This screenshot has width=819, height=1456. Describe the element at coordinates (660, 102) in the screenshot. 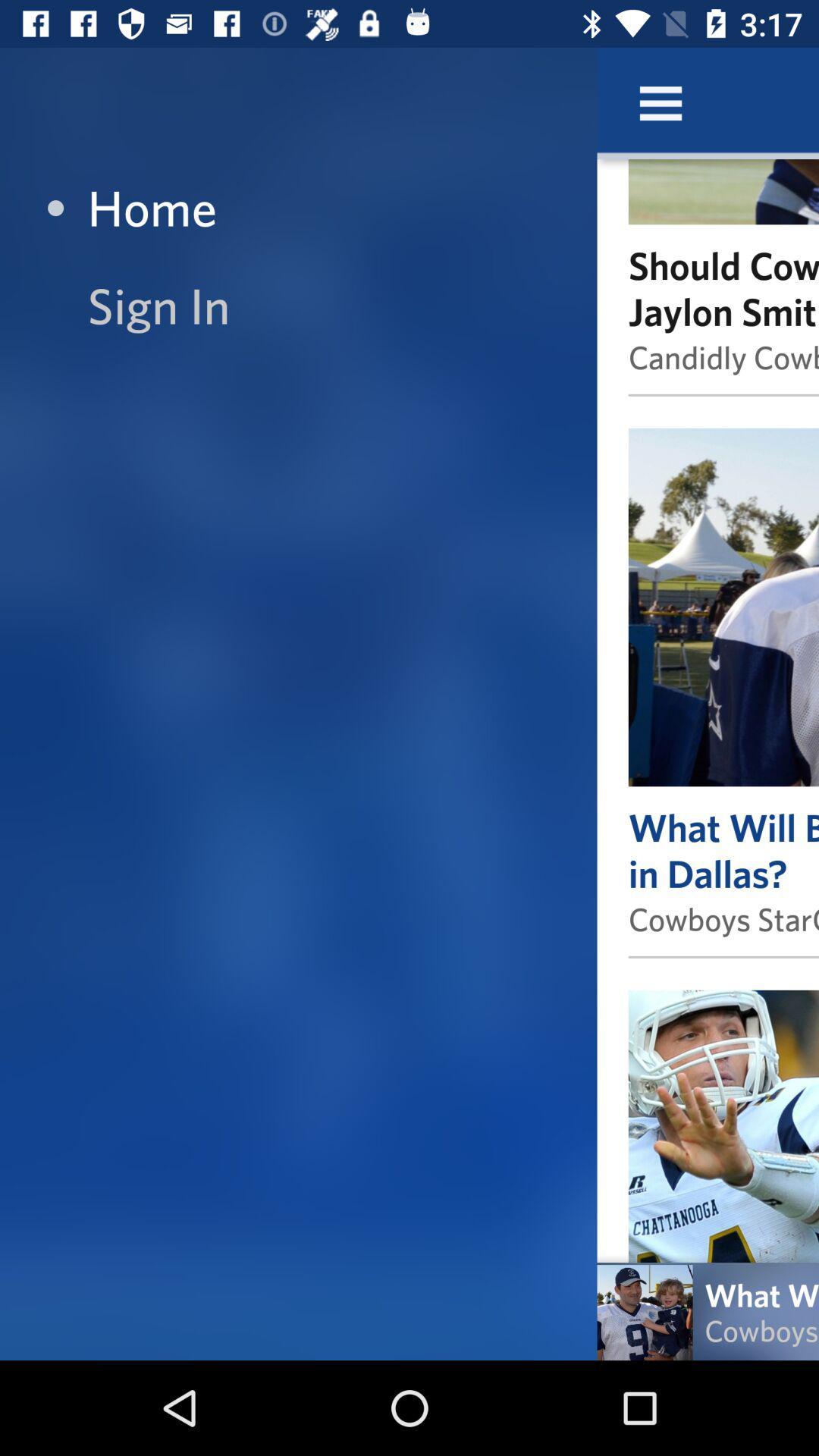

I see `open the options` at that location.